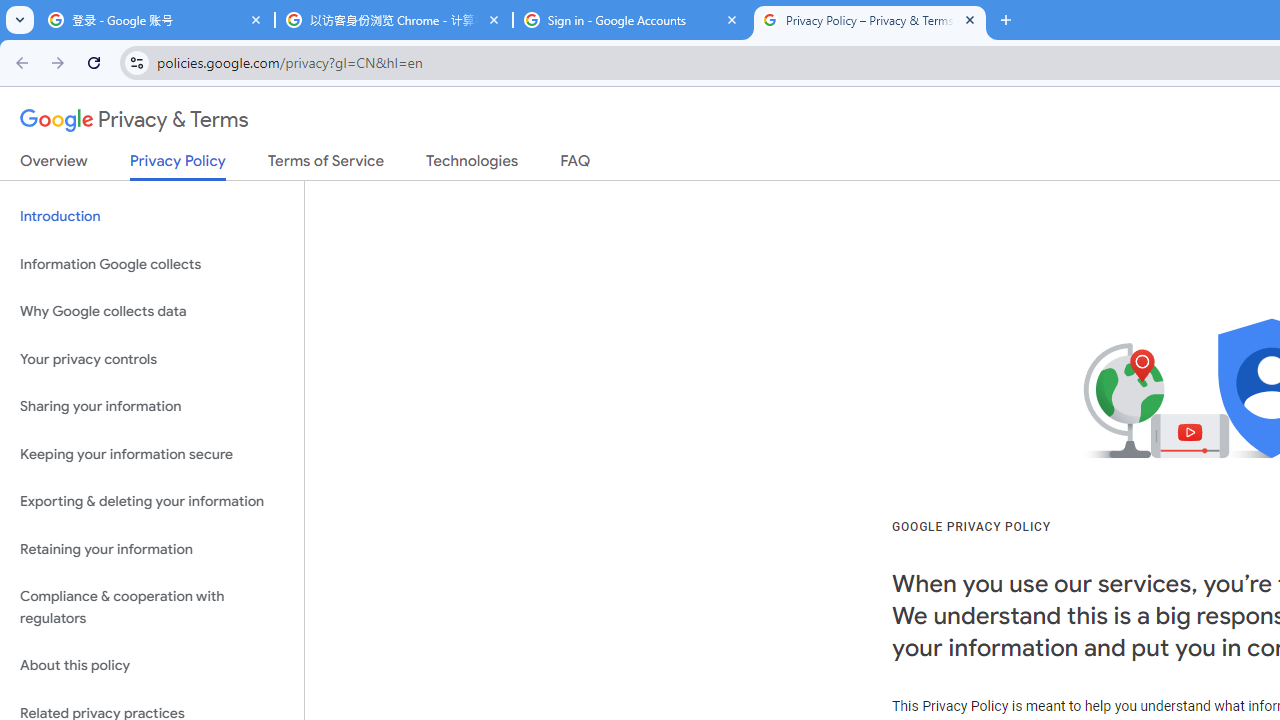 The image size is (1280, 720). What do you see at coordinates (631, 20) in the screenshot?
I see `'Sign in - Google Accounts'` at bounding box center [631, 20].